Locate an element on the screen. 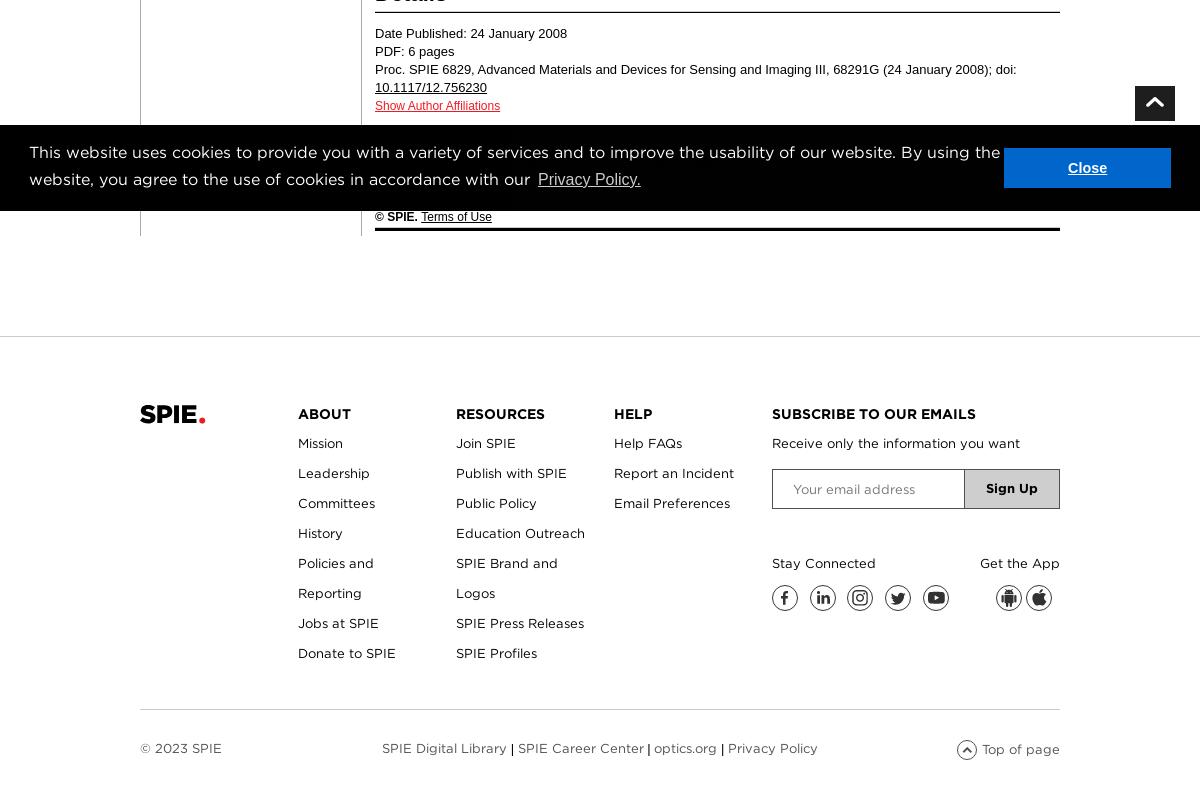  'Top of page' is located at coordinates (1020, 748).